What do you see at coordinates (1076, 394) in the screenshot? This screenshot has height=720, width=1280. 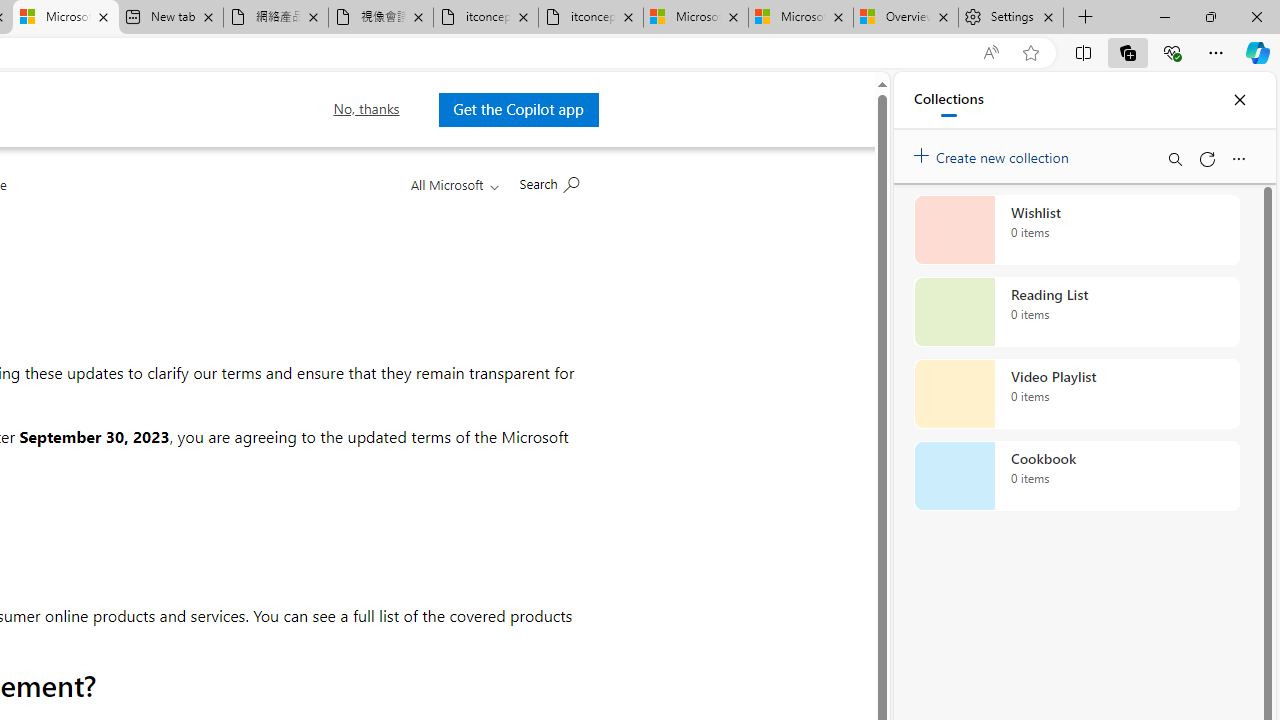 I see `'Video Playlist collection, 0 items'` at bounding box center [1076, 394].